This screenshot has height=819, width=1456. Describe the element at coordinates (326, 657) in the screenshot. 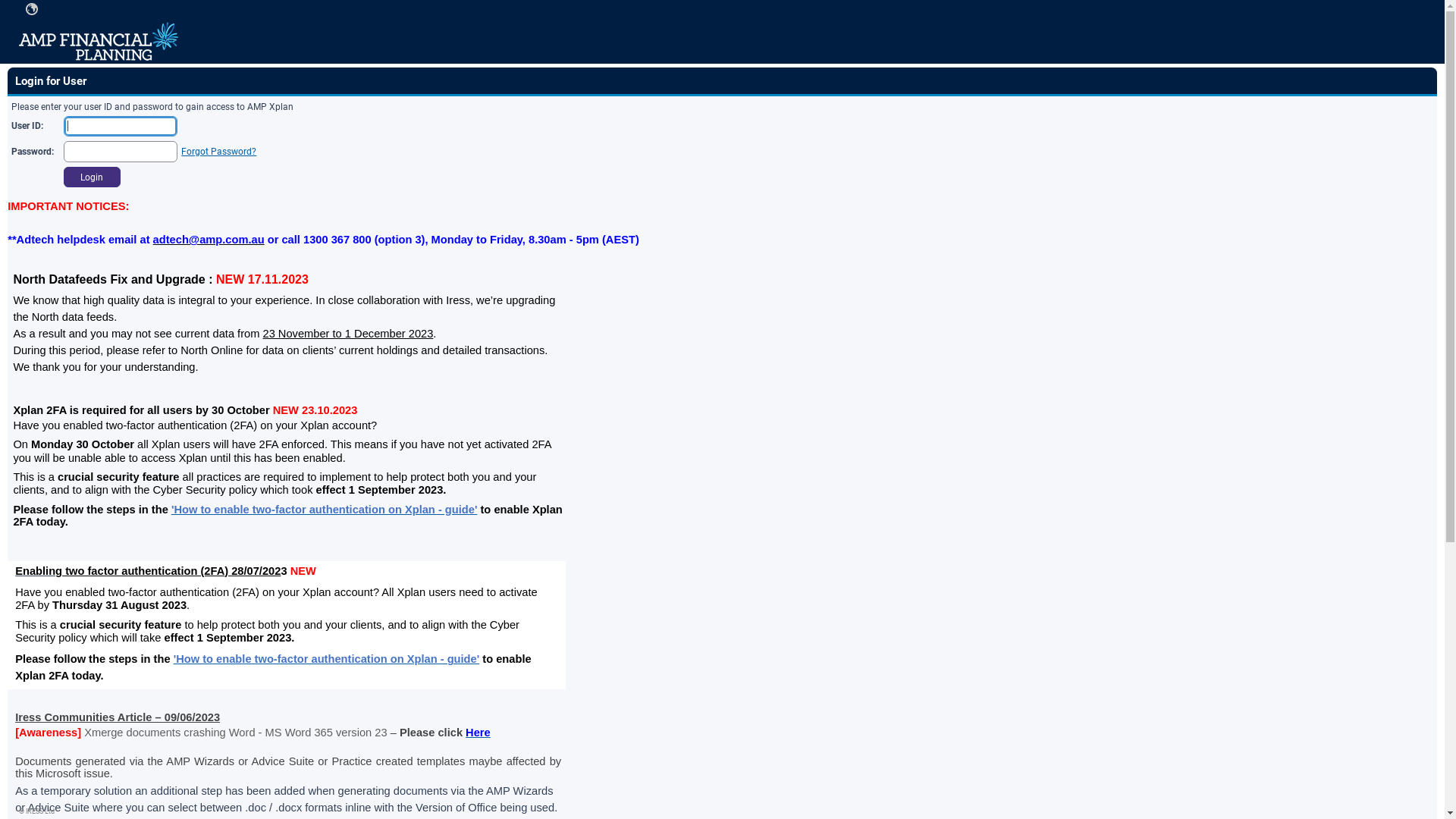

I see `''How to enable two-factor authentication on Xplan - guide''` at that location.